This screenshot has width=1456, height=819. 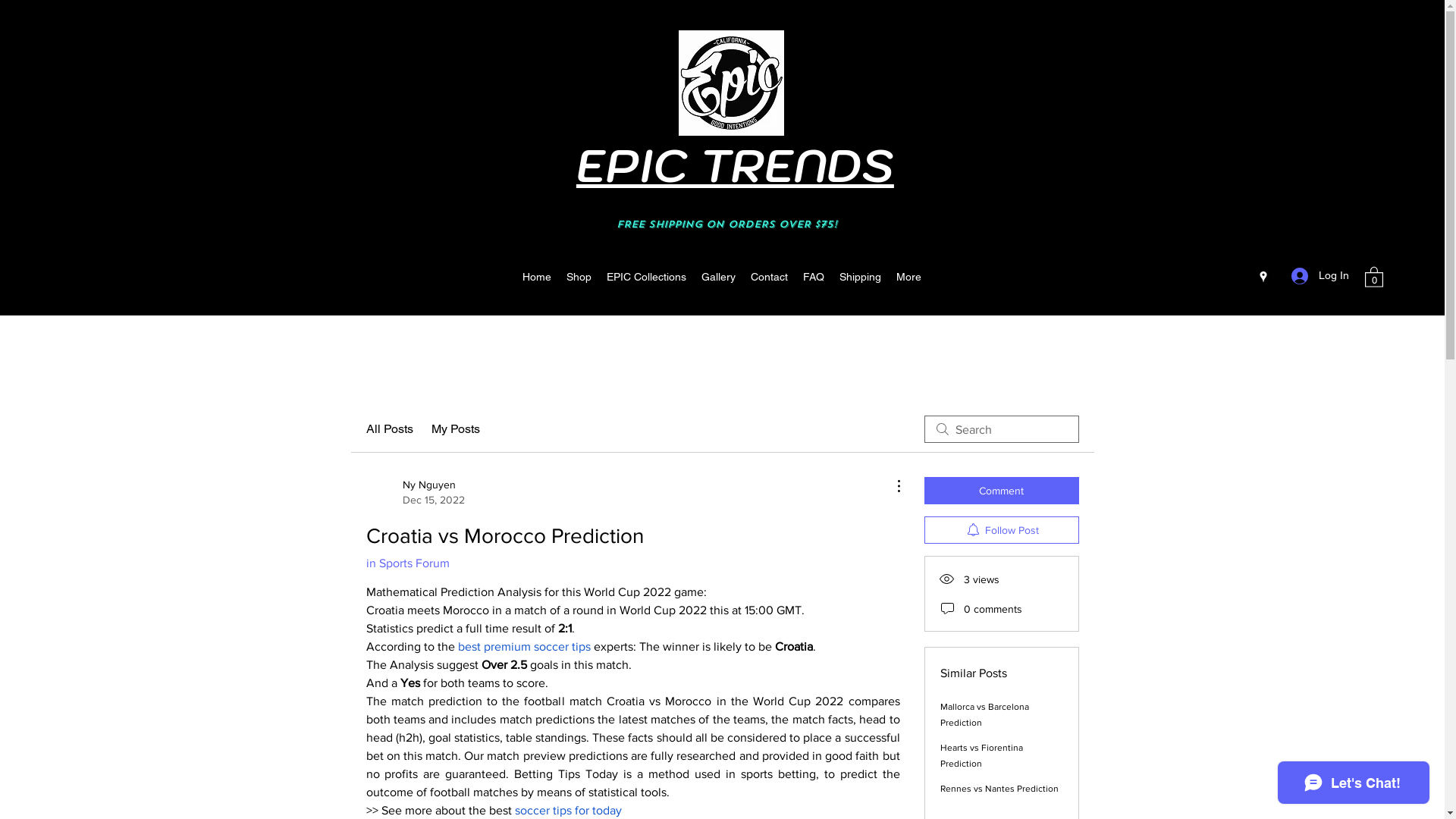 I want to click on 'Comment', so click(x=1001, y=491).